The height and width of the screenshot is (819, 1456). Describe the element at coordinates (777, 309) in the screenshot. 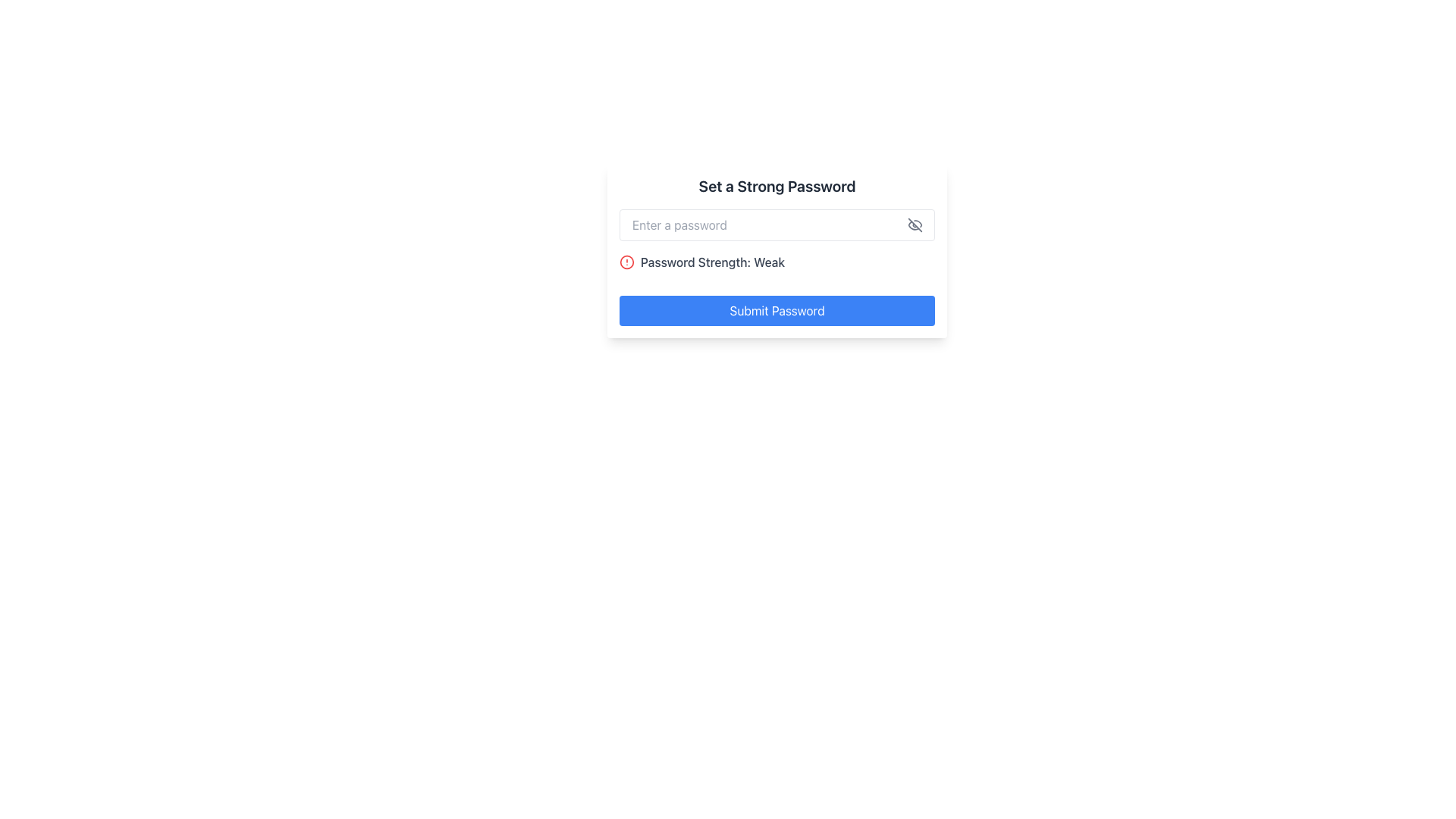

I see `the 'Submit Password' button, which is a vibrant blue rectangular button with rounded corners located at the bottom of the 'Set a Strong Password' dialog box` at that location.